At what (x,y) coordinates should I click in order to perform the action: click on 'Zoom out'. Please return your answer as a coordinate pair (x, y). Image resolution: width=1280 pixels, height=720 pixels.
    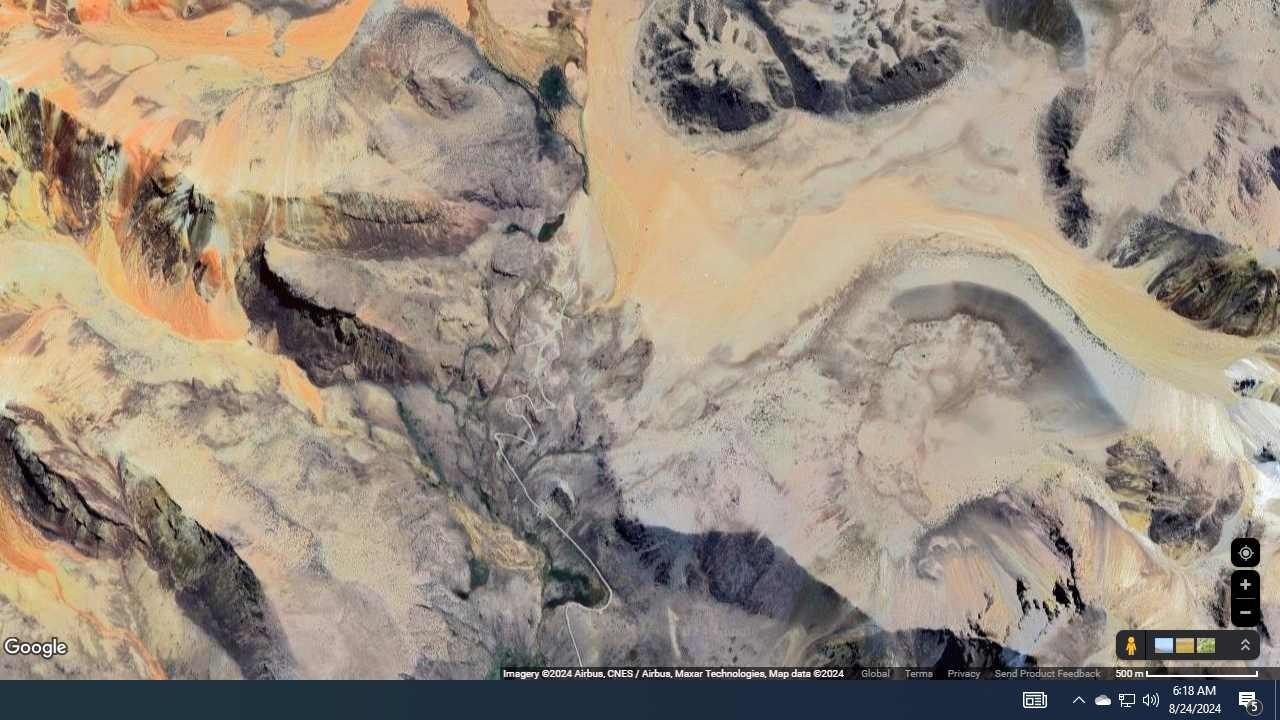
    Looking at the image, I should click on (1244, 611).